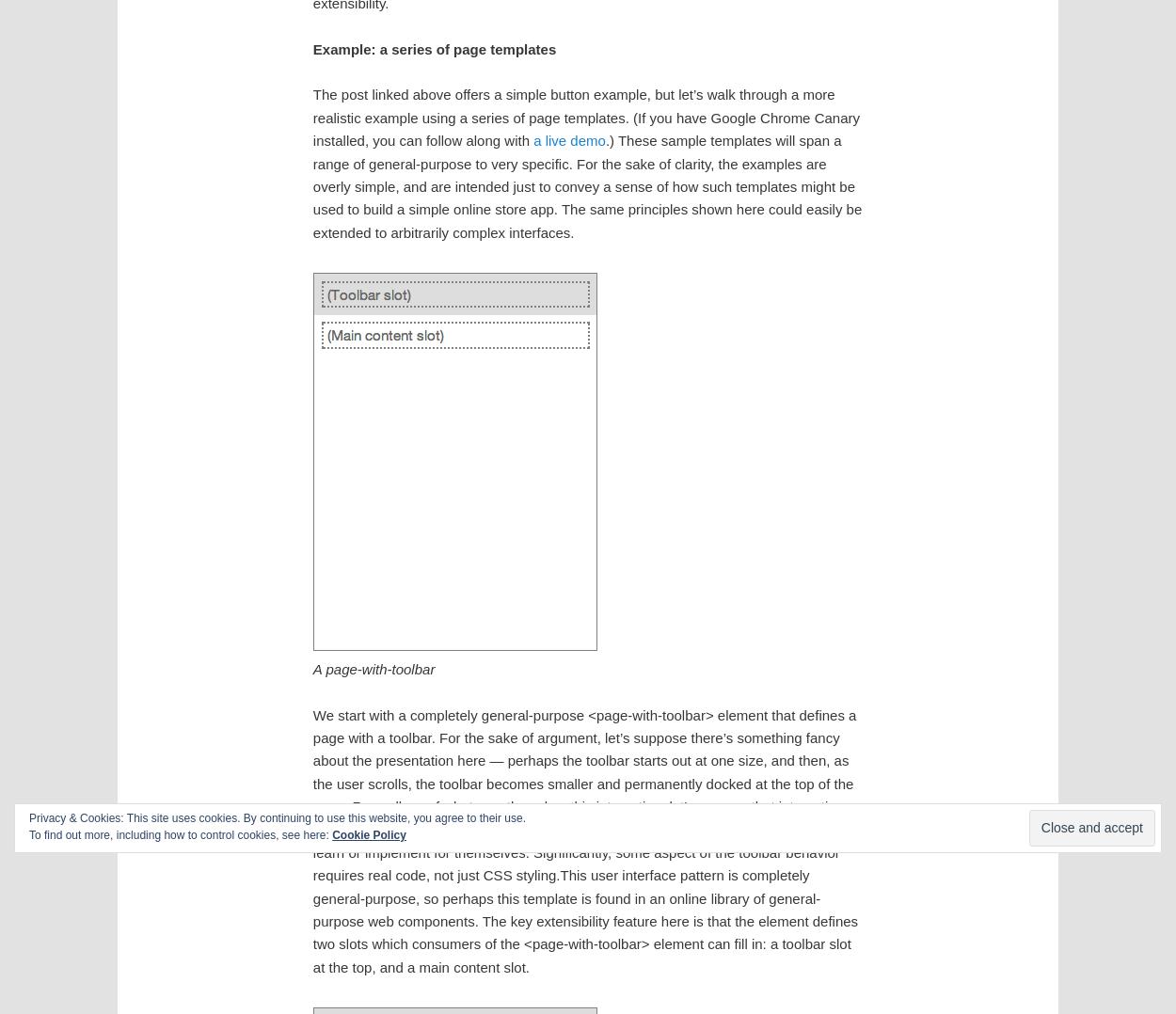 Image resolution: width=1176 pixels, height=1014 pixels. What do you see at coordinates (532, 140) in the screenshot?
I see `'a live demo'` at bounding box center [532, 140].